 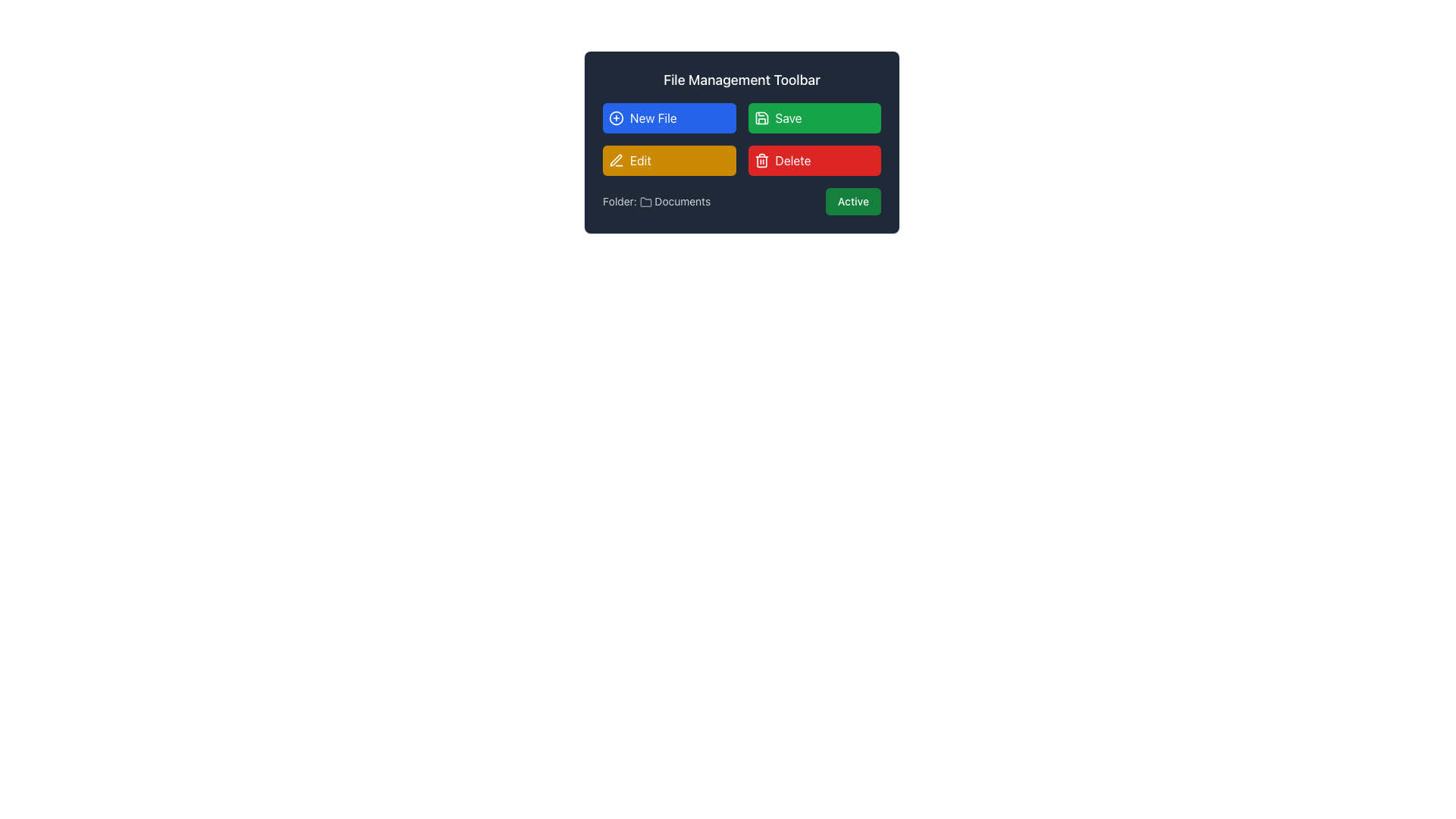 What do you see at coordinates (668, 117) in the screenshot?
I see `the primary action button for creating a new file located in the 'File Management Toolbar' to observe any hover effects` at bounding box center [668, 117].